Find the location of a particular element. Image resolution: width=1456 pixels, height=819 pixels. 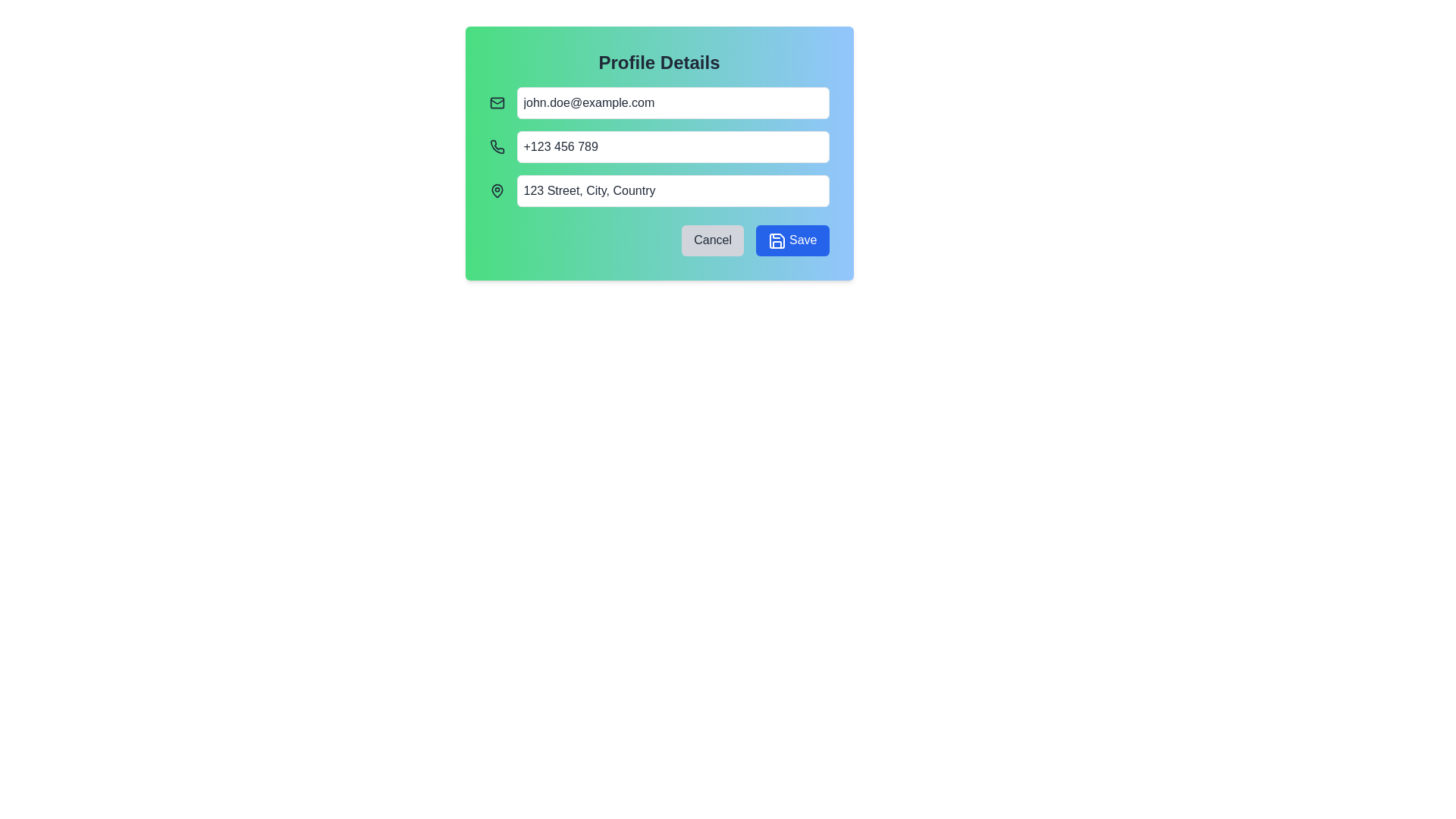

the icon representing the phone number information is located at coordinates (497, 146).